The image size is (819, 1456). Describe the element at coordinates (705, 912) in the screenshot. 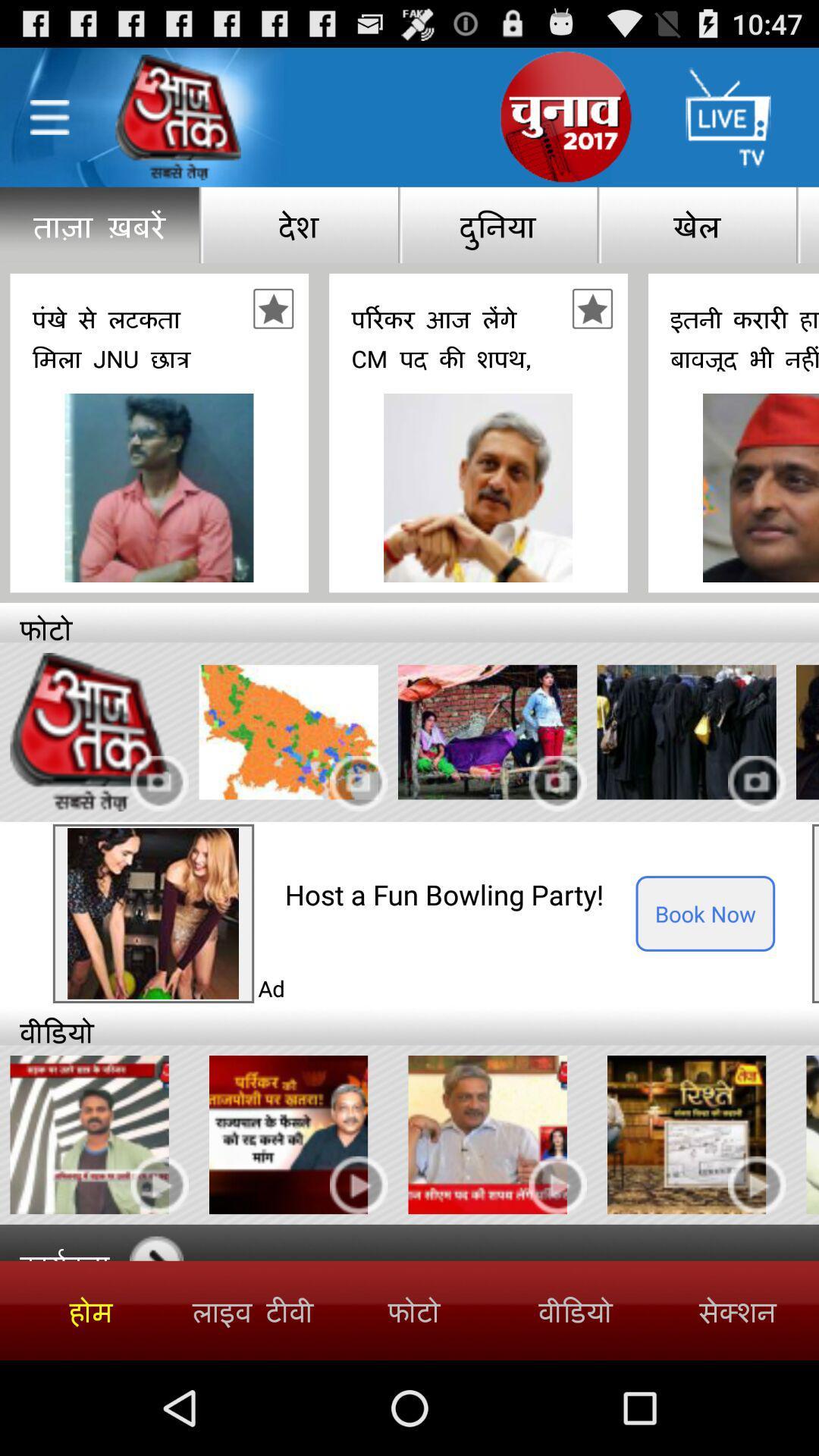

I see `the book now icon` at that location.